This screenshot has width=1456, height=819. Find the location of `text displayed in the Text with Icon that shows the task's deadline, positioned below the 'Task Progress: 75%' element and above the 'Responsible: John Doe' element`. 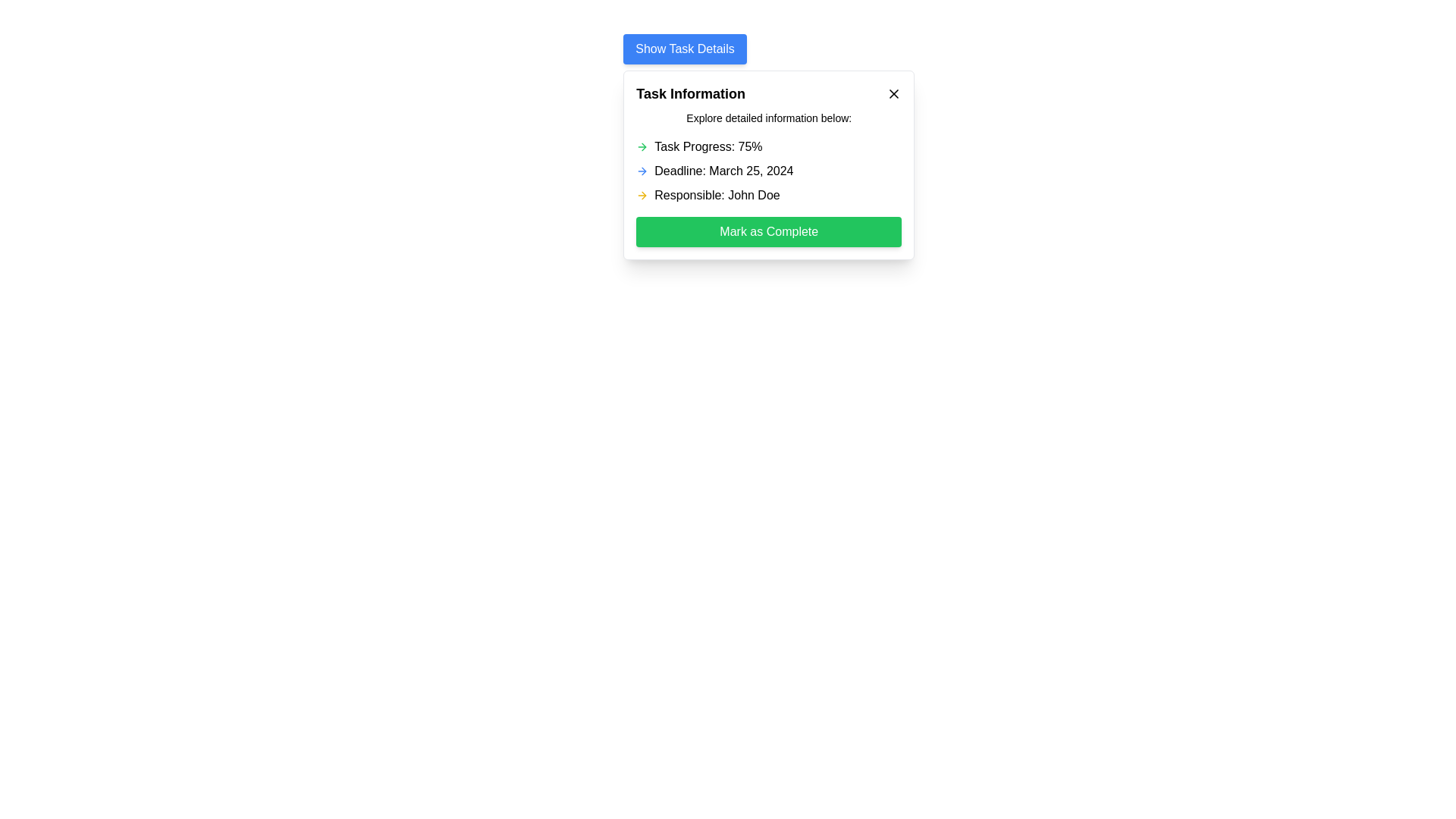

text displayed in the Text with Icon that shows the task's deadline, positioned below the 'Task Progress: 75%' element and above the 'Responsible: John Doe' element is located at coordinates (769, 171).